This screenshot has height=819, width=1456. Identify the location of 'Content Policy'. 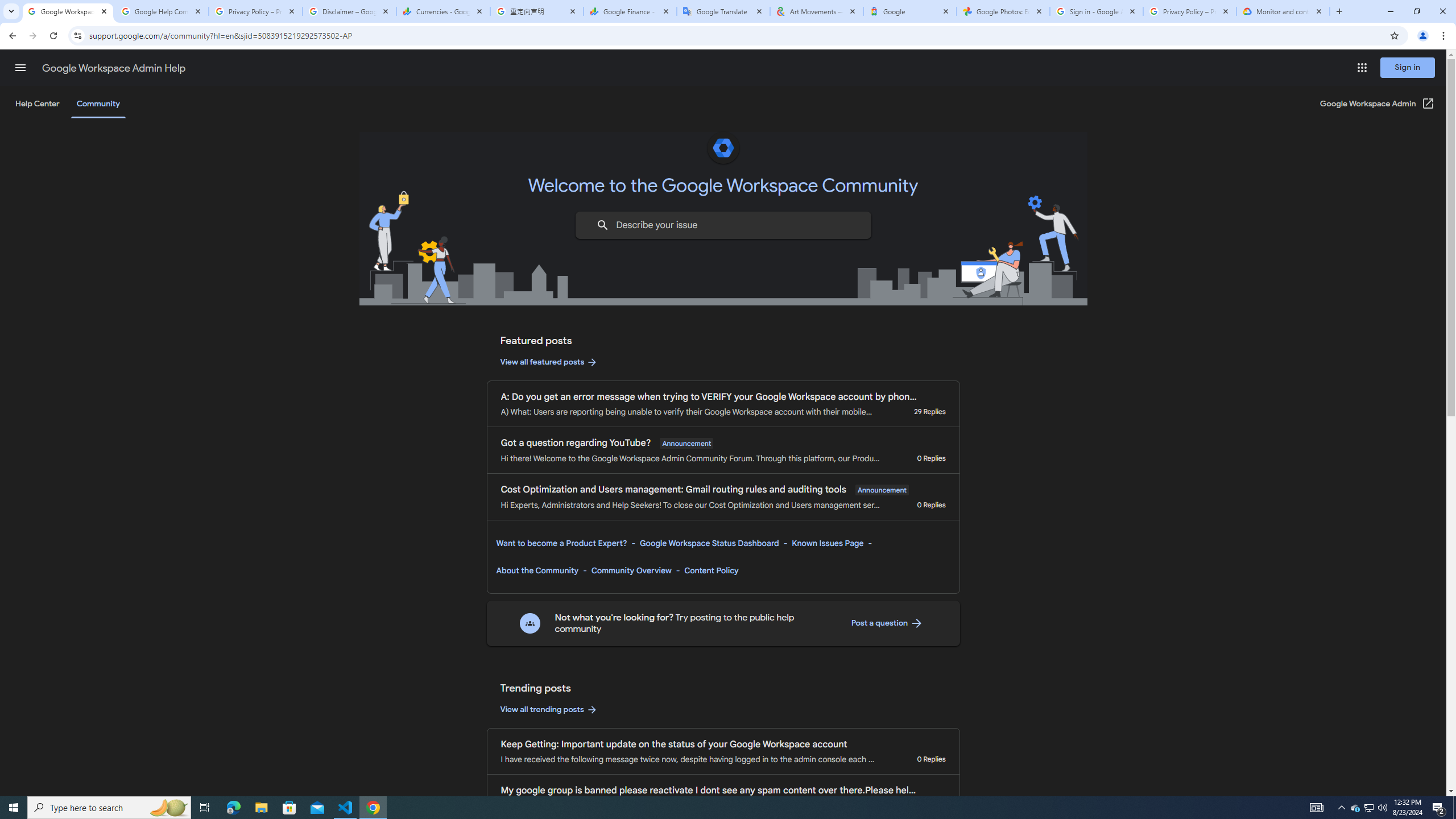
(711, 570).